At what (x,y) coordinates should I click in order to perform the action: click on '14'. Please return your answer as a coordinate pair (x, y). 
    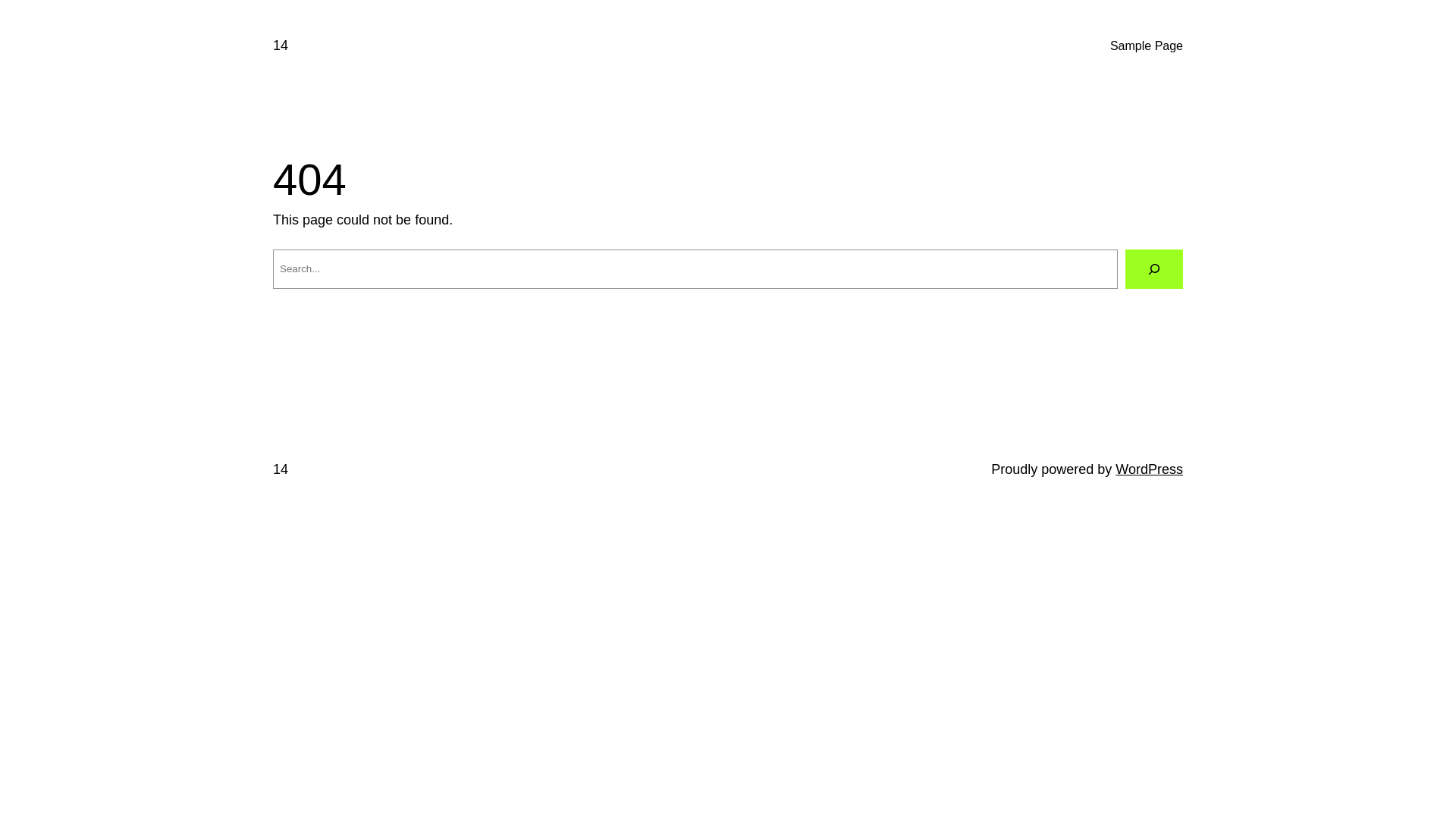
    Looking at the image, I should click on (280, 468).